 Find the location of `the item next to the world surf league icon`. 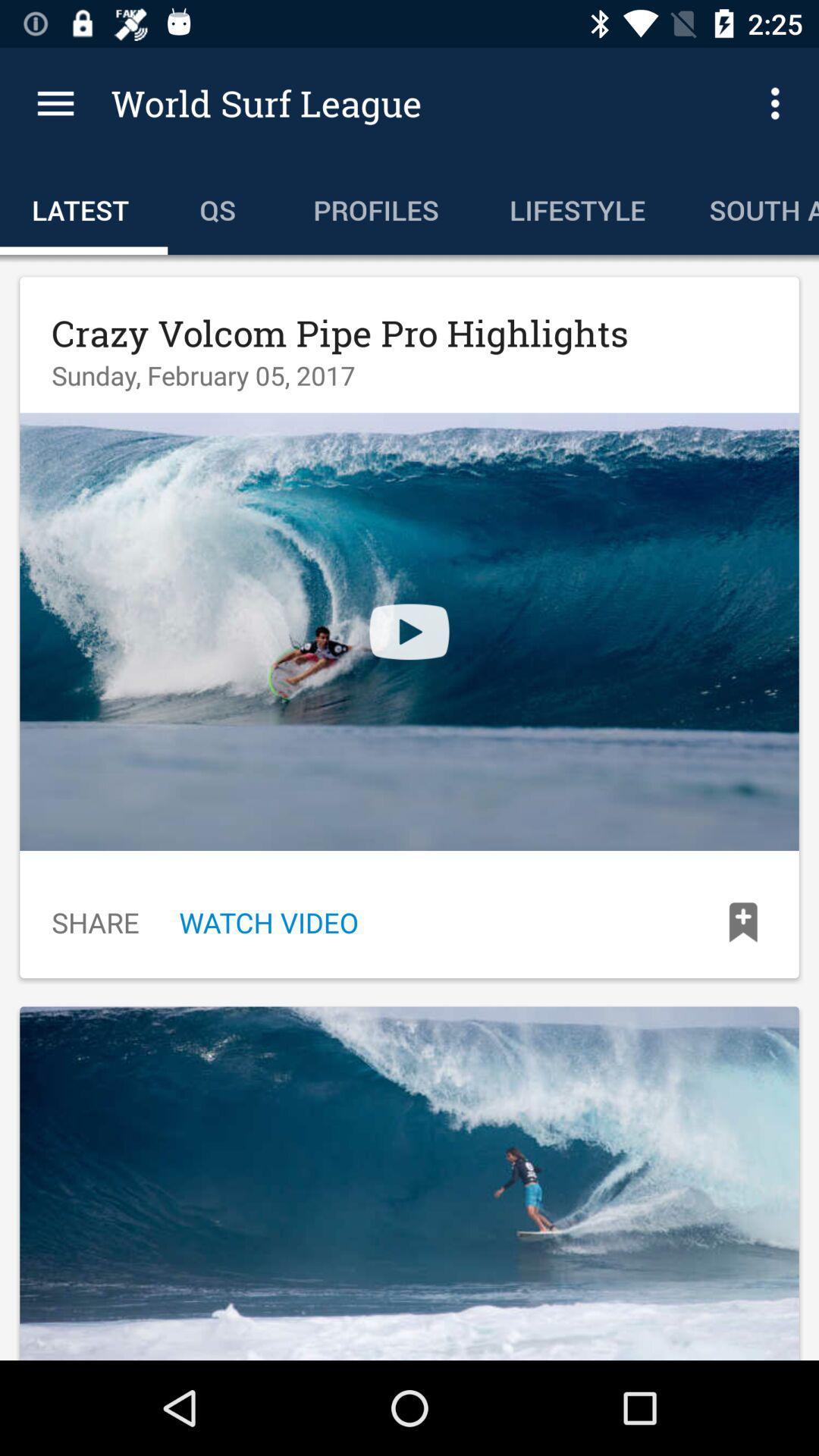

the item next to the world surf league icon is located at coordinates (55, 102).